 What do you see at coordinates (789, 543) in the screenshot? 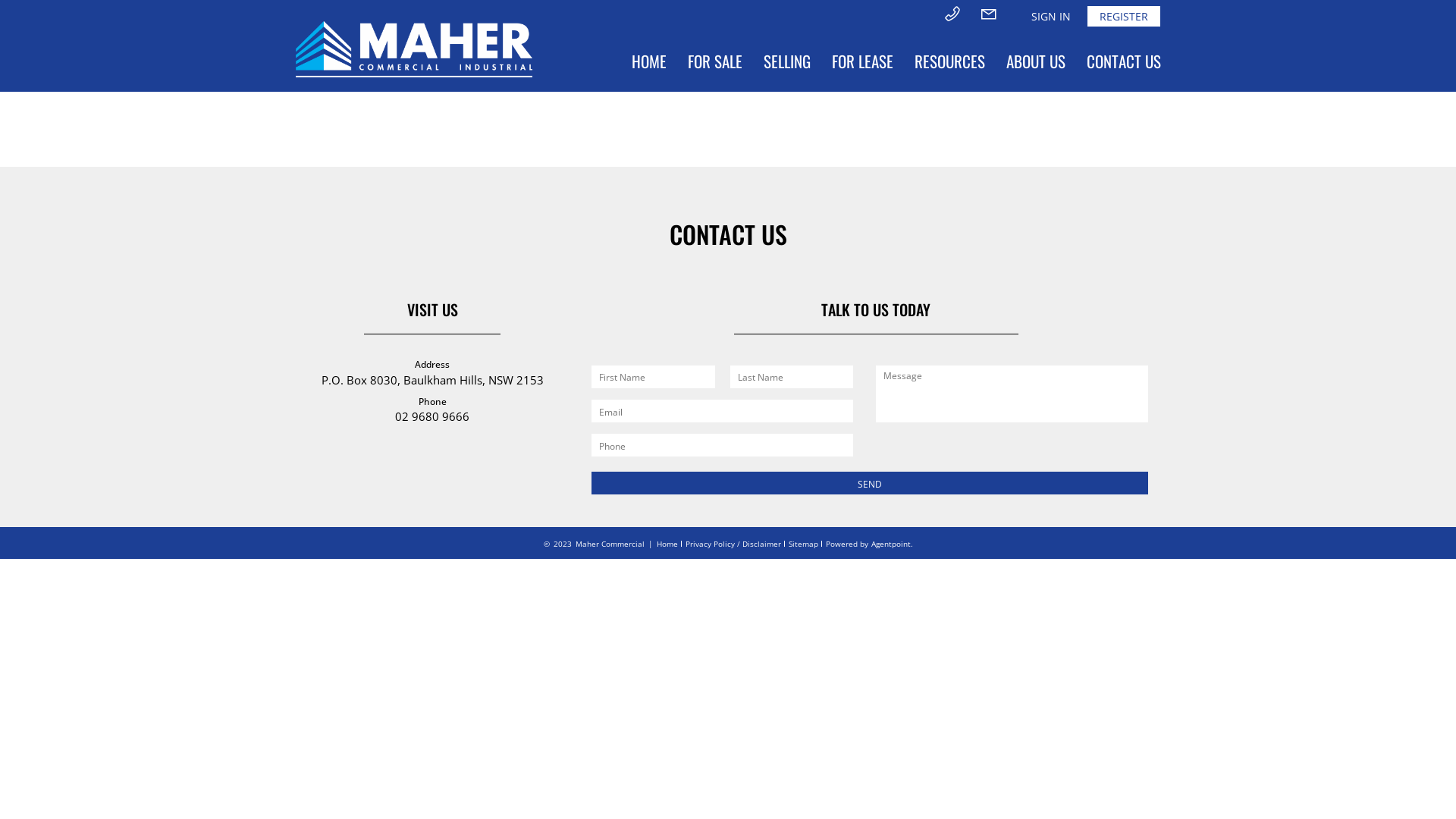
I see `'Sitemap'` at bounding box center [789, 543].